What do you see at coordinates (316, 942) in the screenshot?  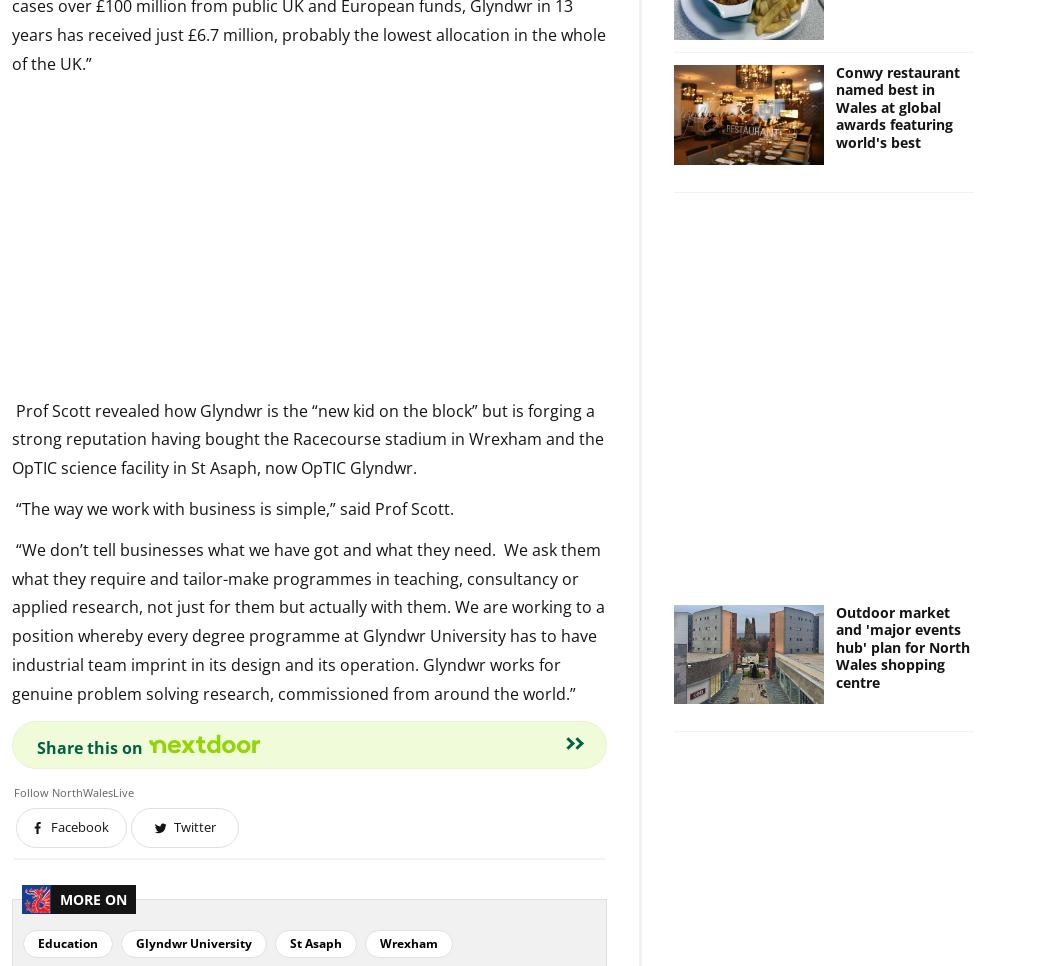 I see `'St Asaph'` at bounding box center [316, 942].